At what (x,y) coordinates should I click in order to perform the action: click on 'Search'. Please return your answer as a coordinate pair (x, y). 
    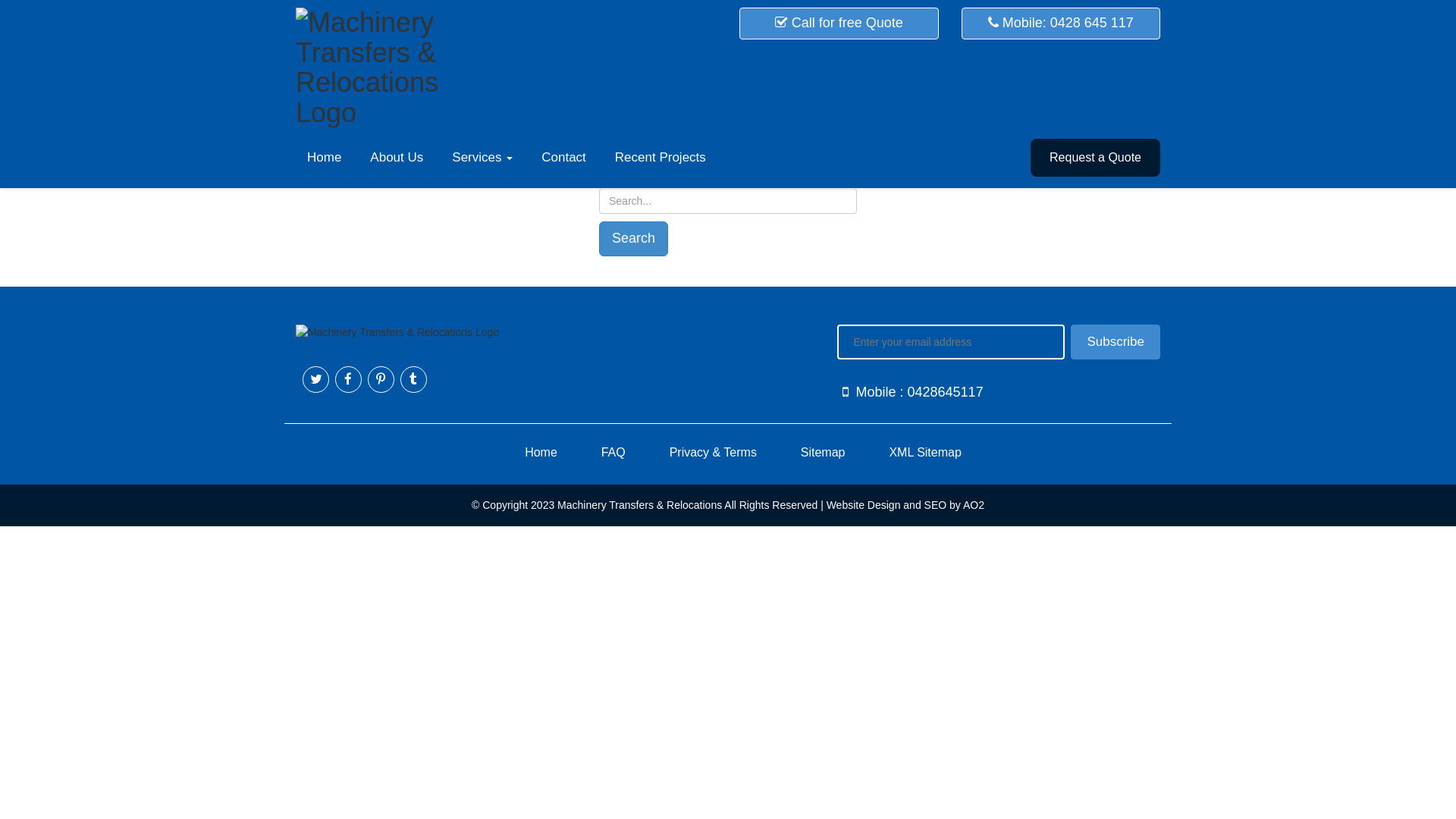
    Looking at the image, I should click on (633, 239).